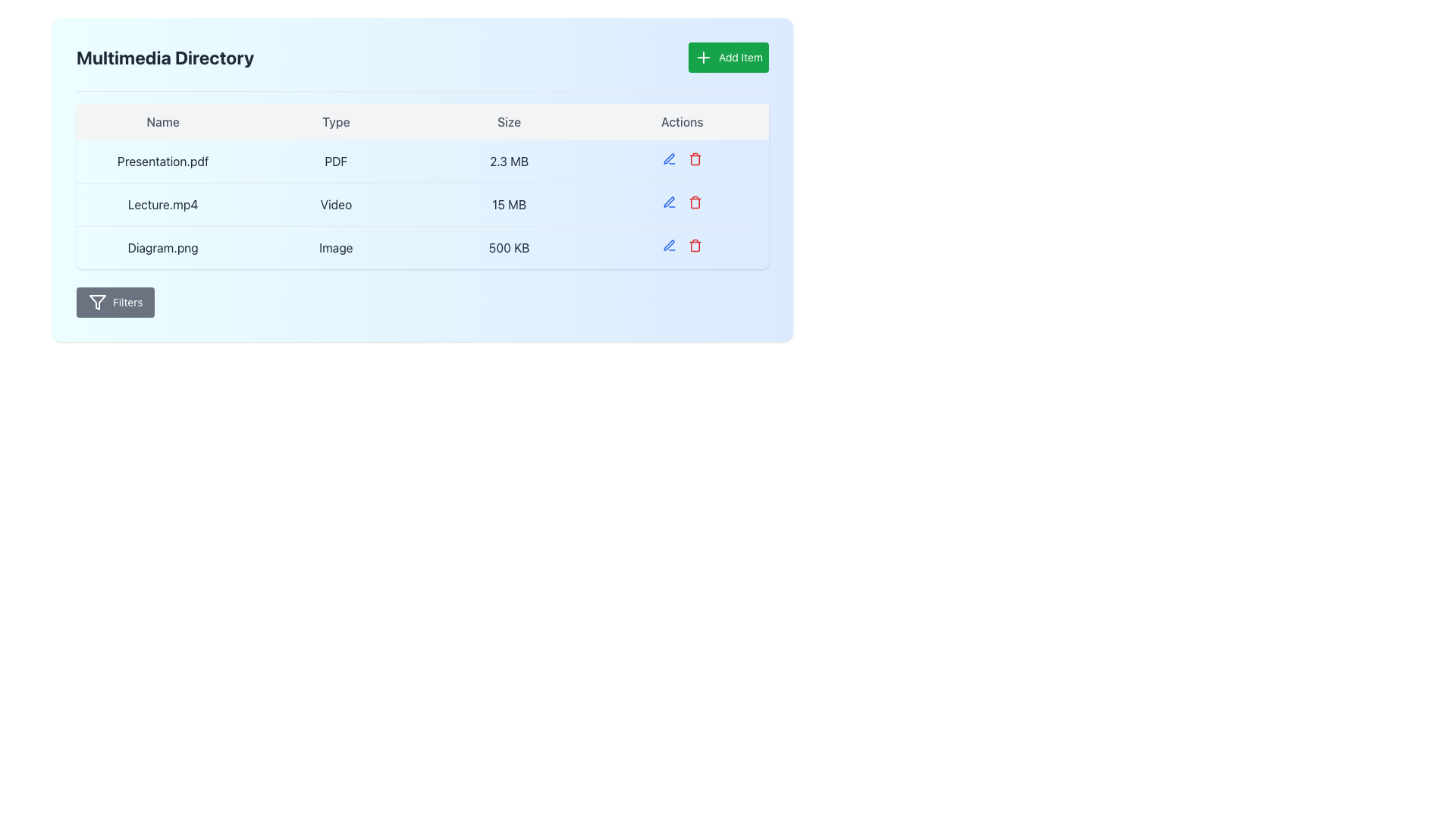 The height and width of the screenshot is (819, 1456). Describe the element at coordinates (335, 246) in the screenshot. I see `the static label displaying the word 'Image' in the second column of the last row of the table corresponding to the file 'Diagram.png'` at that location.